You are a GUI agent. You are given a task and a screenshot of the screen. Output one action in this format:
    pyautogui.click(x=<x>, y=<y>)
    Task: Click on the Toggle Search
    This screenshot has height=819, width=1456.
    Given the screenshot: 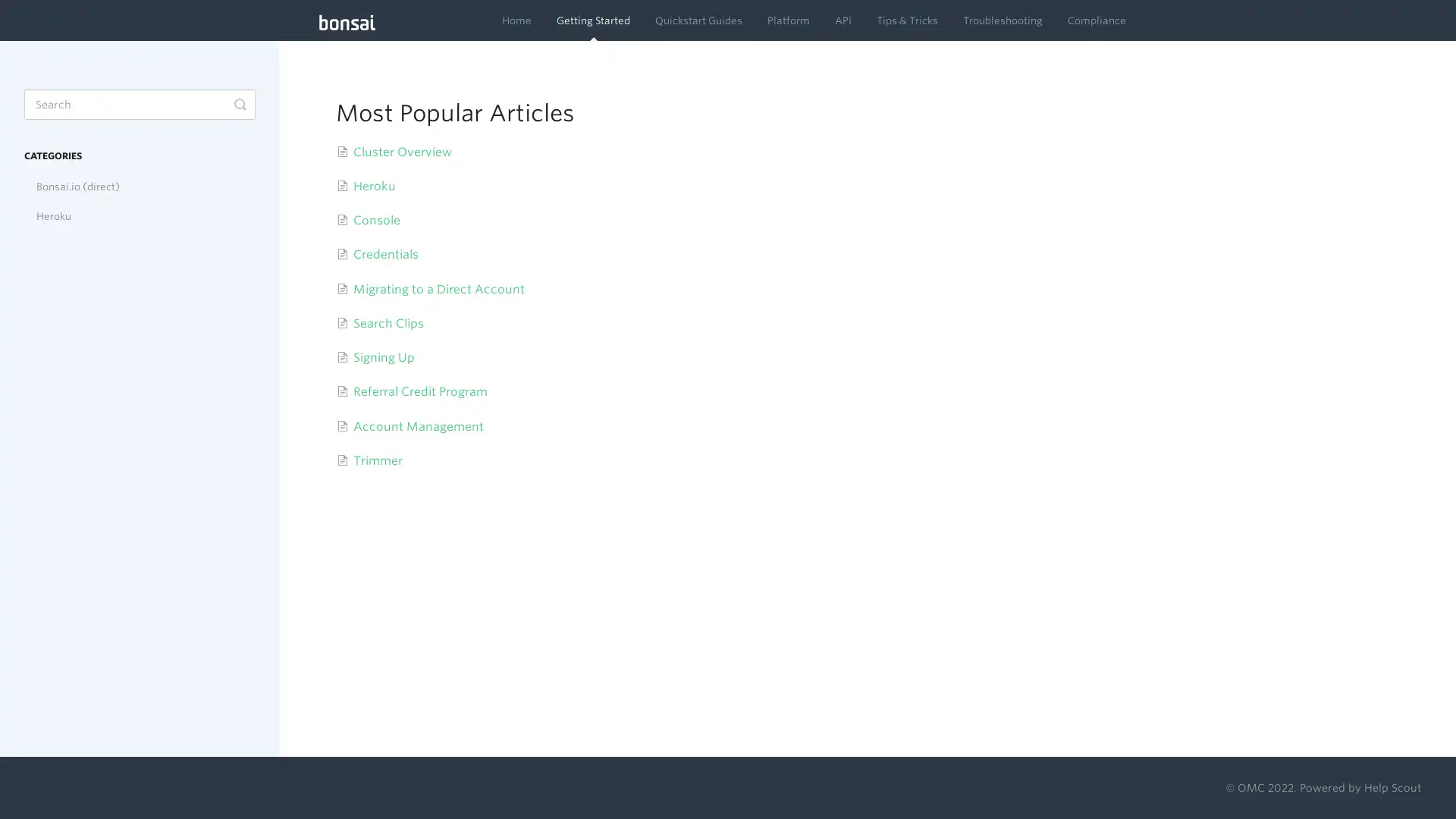 What is the action you would take?
    pyautogui.click(x=239, y=104)
    